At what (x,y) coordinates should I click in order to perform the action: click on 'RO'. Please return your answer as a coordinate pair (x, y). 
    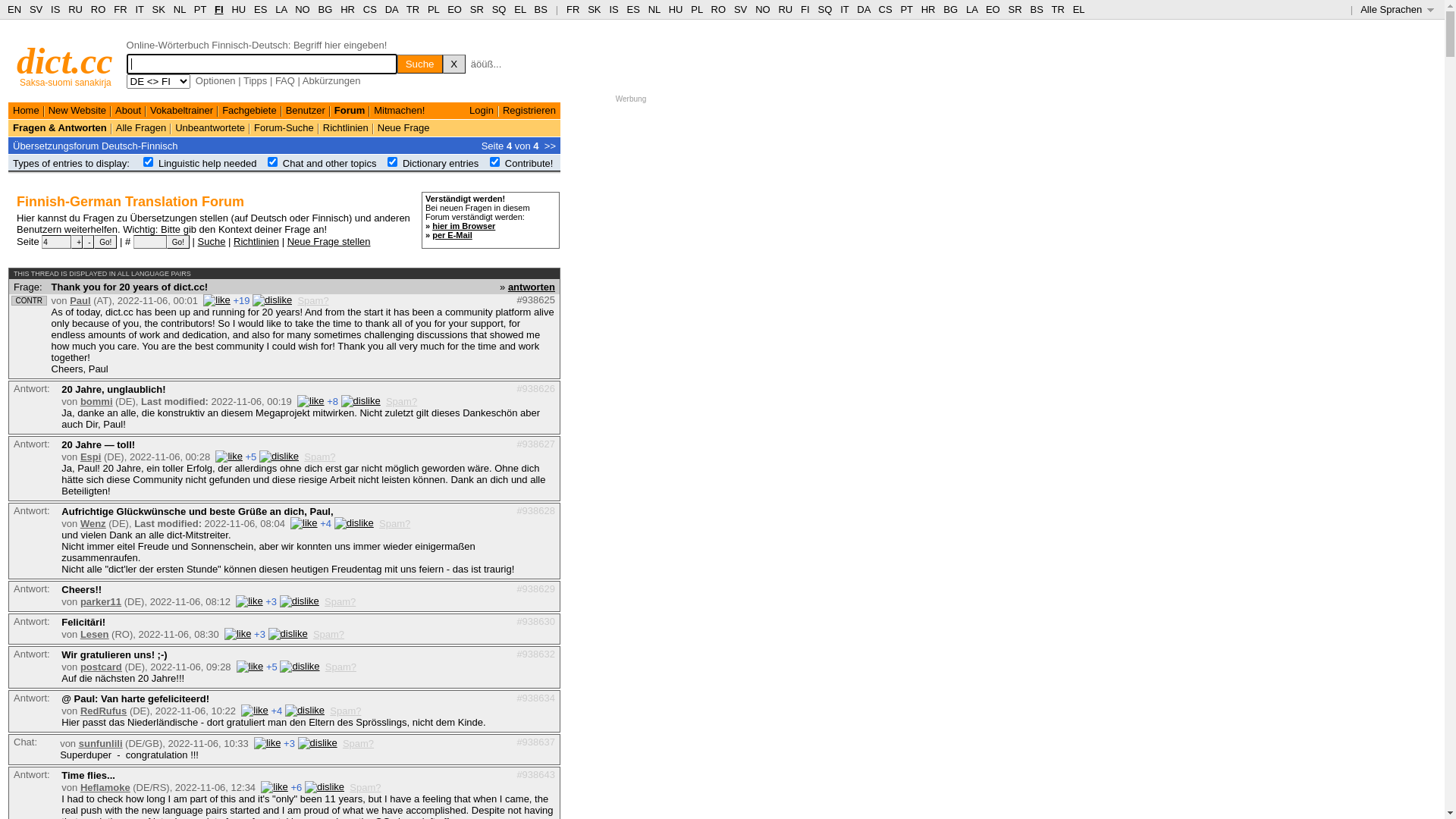
    Looking at the image, I should click on (718, 9).